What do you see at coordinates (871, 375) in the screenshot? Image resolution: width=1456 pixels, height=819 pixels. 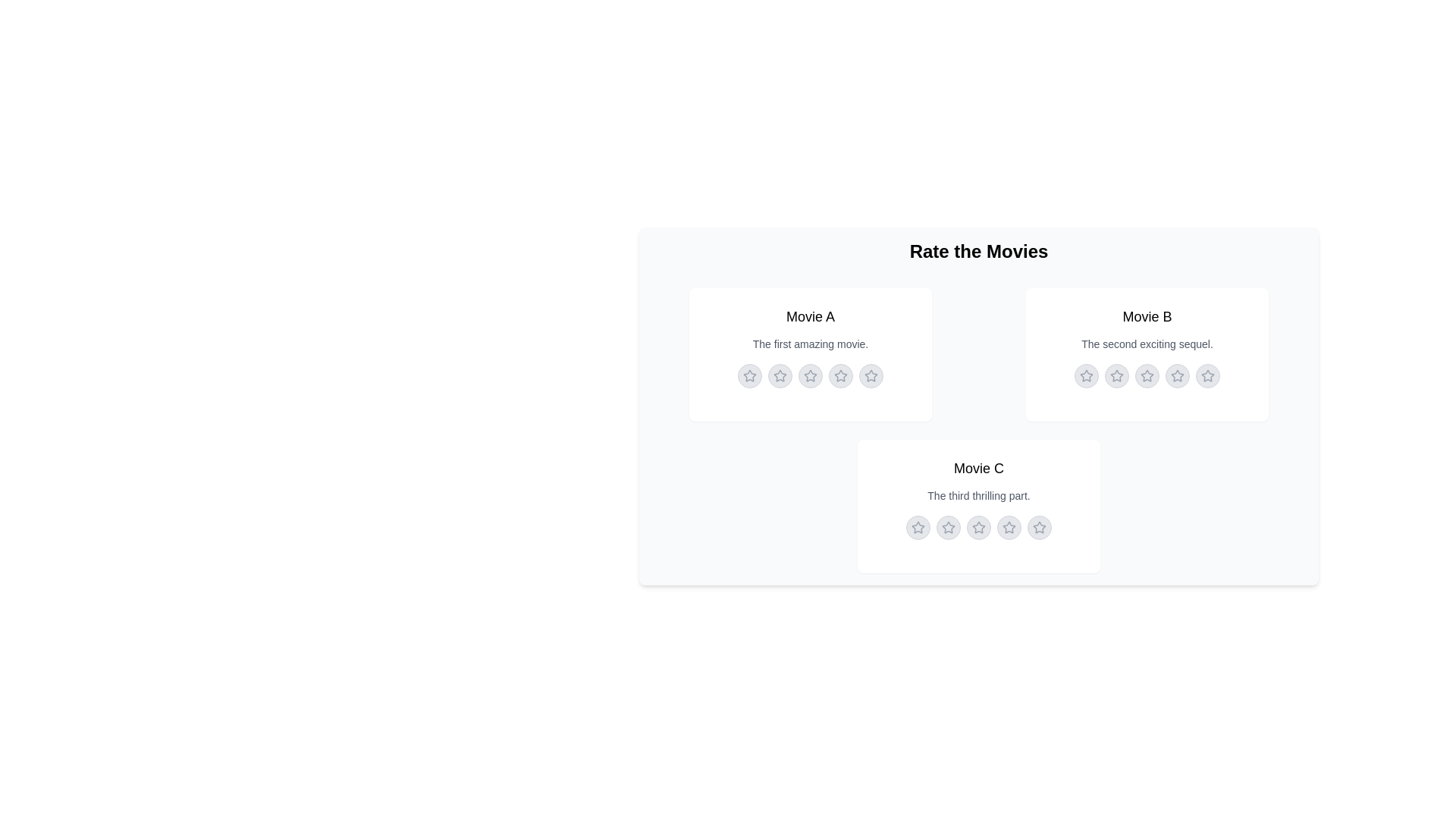 I see `the fifth Interactive SVG star icon in the rating component under 'Movie A' to rate 5` at bounding box center [871, 375].